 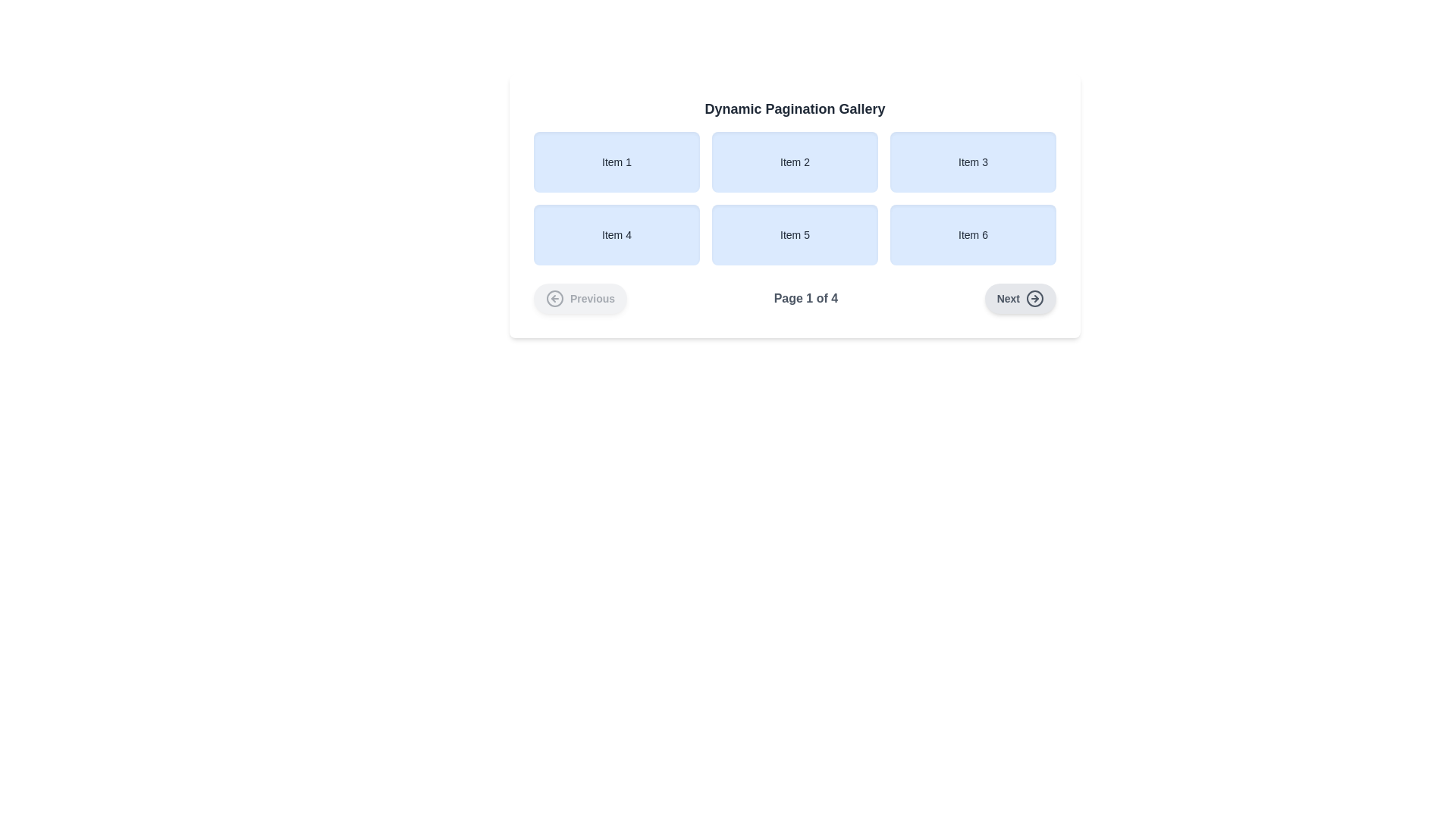 What do you see at coordinates (805, 298) in the screenshot?
I see `the static text element displaying 'Page 1 of 4', which is a bold, gray font page indicator centered within the pagination control area` at bounding box center [805, 298].